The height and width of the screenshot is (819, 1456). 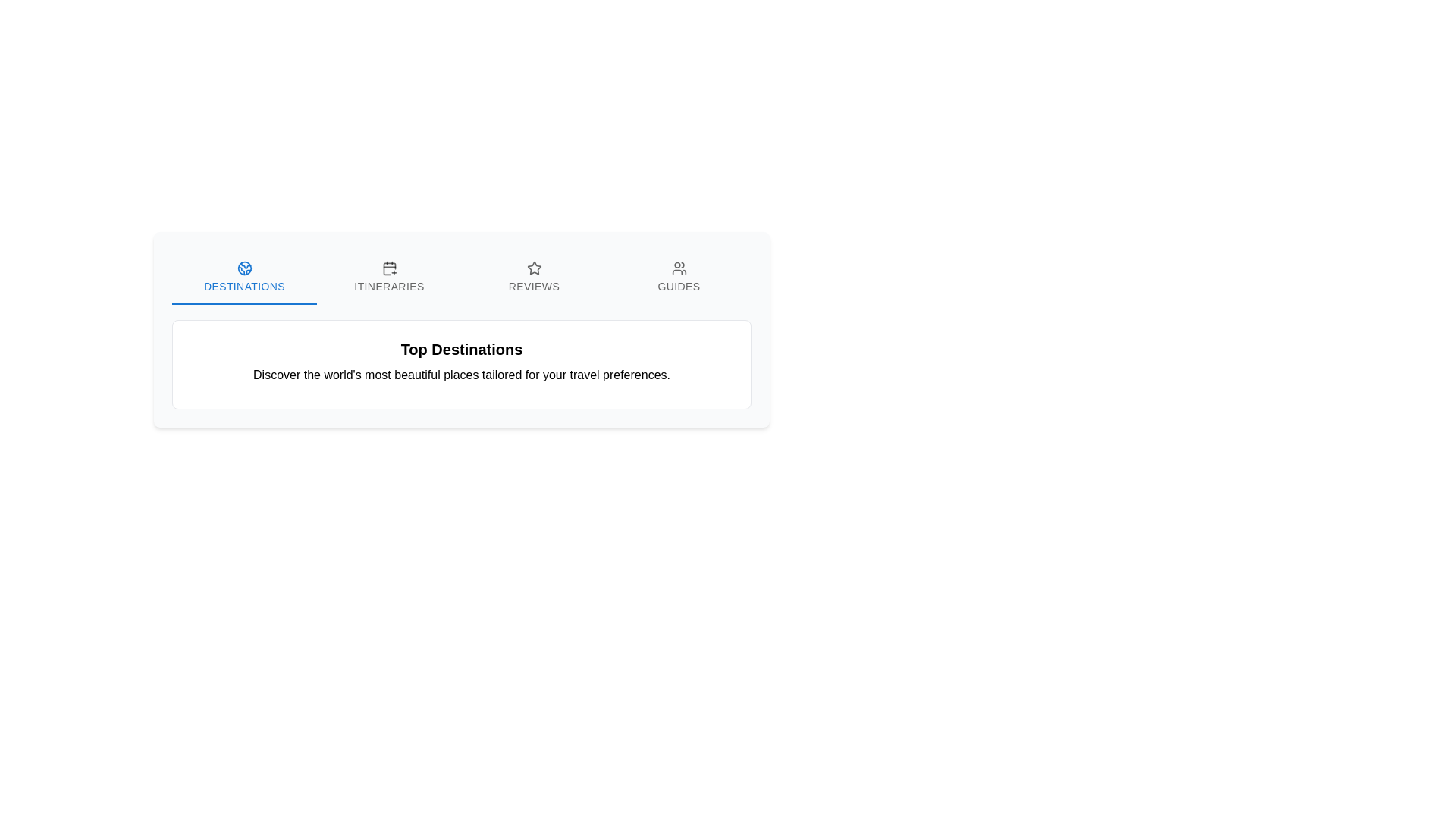 What do you see at coordinates (244, 278) in the screenshot?
I see `the 'Destinations' tab button, which features a blue globe icon and uppercase text` at bounding box center [244, 278].